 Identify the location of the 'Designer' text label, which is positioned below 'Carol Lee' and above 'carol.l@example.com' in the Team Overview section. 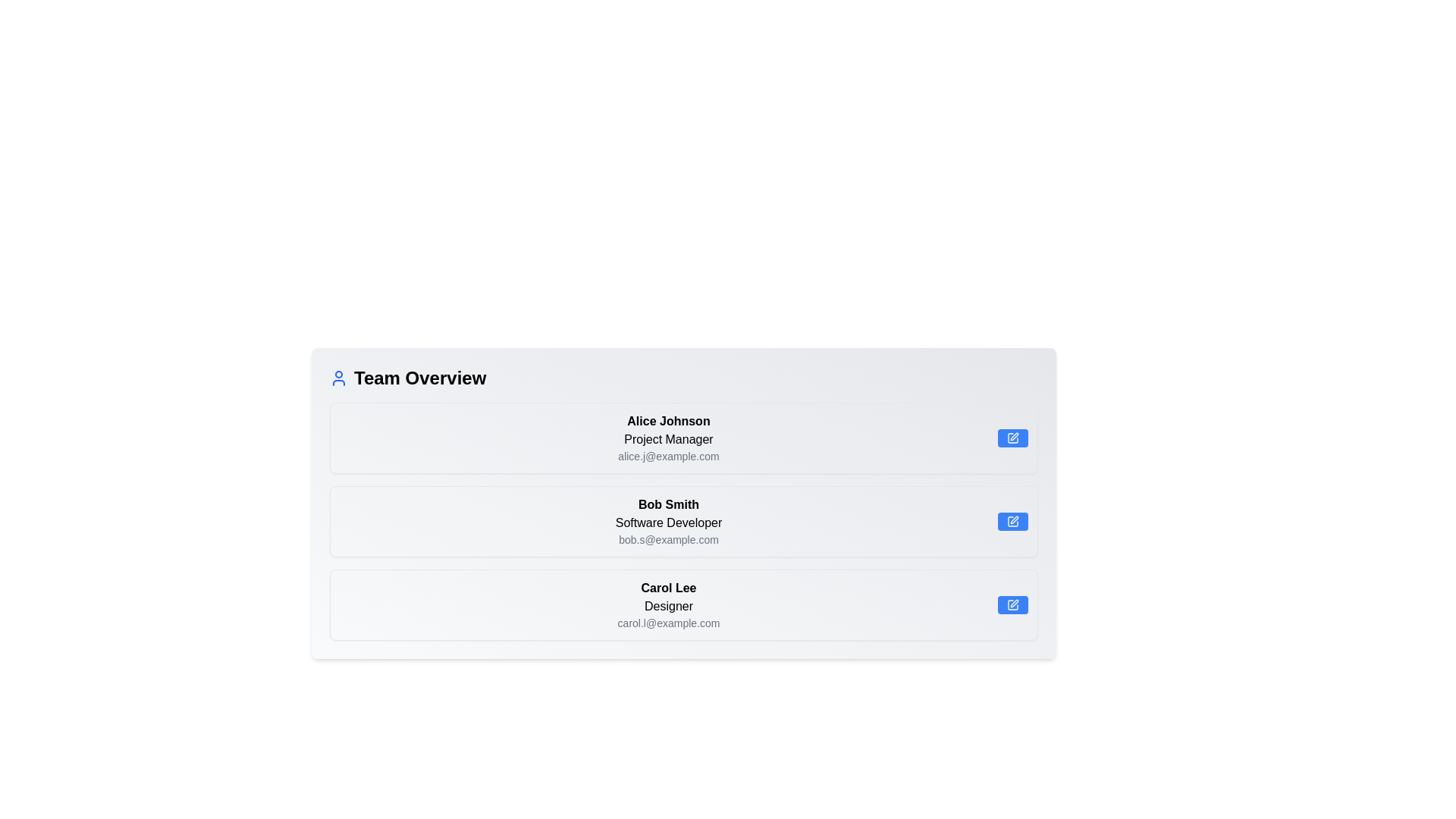
(668, 605).